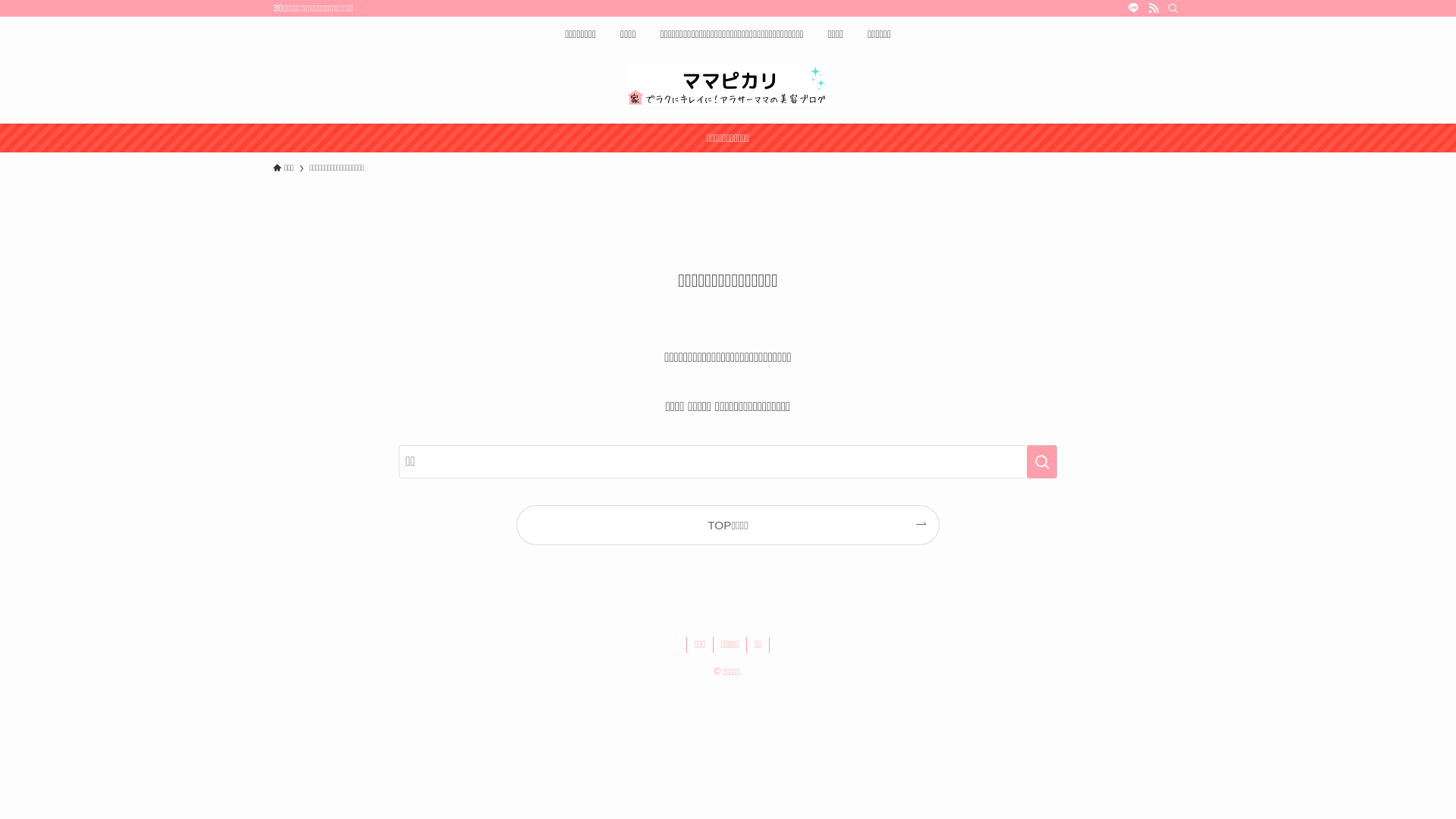 This screenshot has height=819, width=1456. What do you see at coordinates (1040, 461) in the screenshot?
I see `'search'` at bounding box center [1040, 461].